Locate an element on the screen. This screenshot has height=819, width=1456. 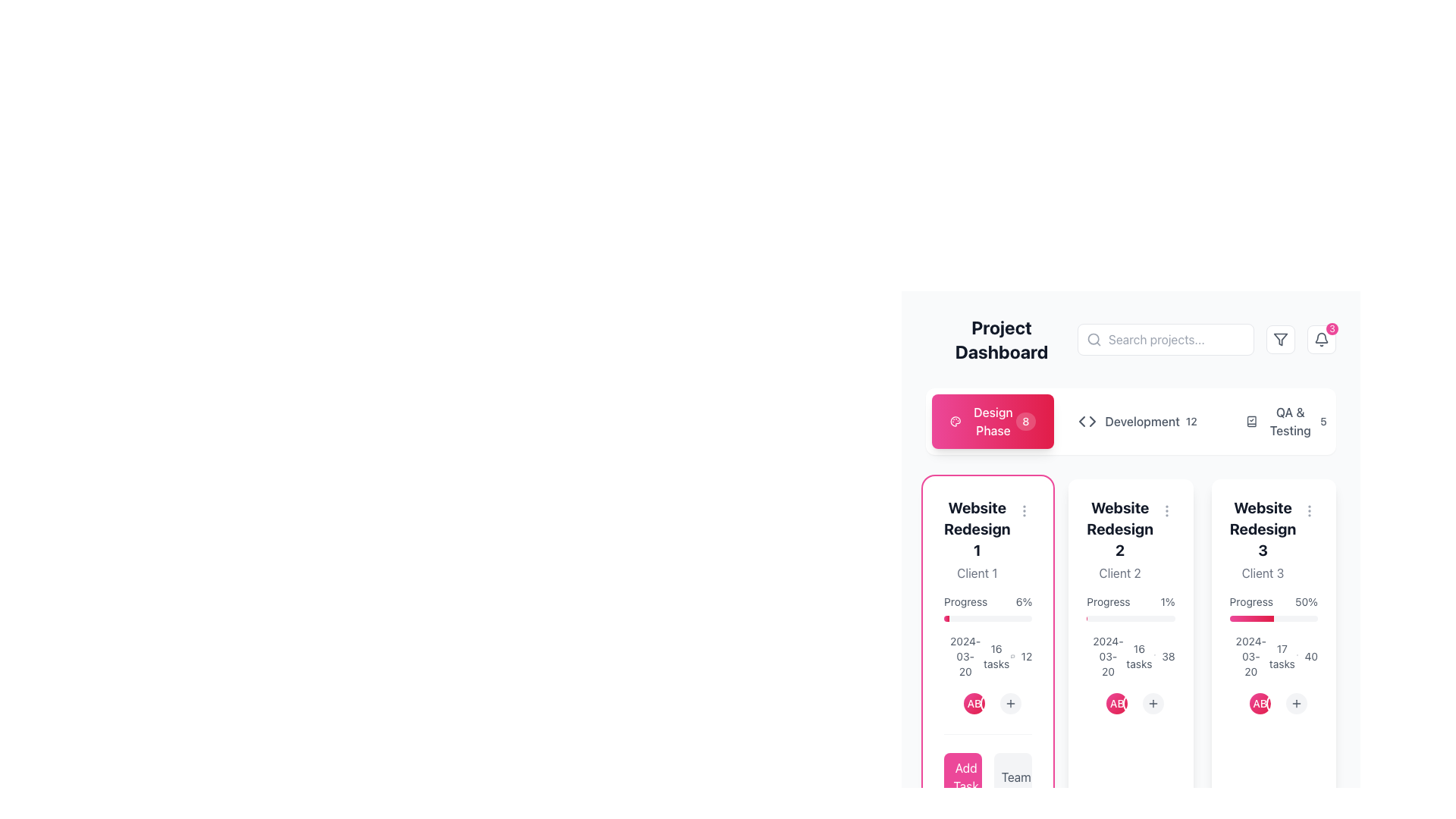
the second circular badge or identifier in the top row, which is centrally aligned and positioned between two other badges with differing gradients is located at coordinates (1260, 704).